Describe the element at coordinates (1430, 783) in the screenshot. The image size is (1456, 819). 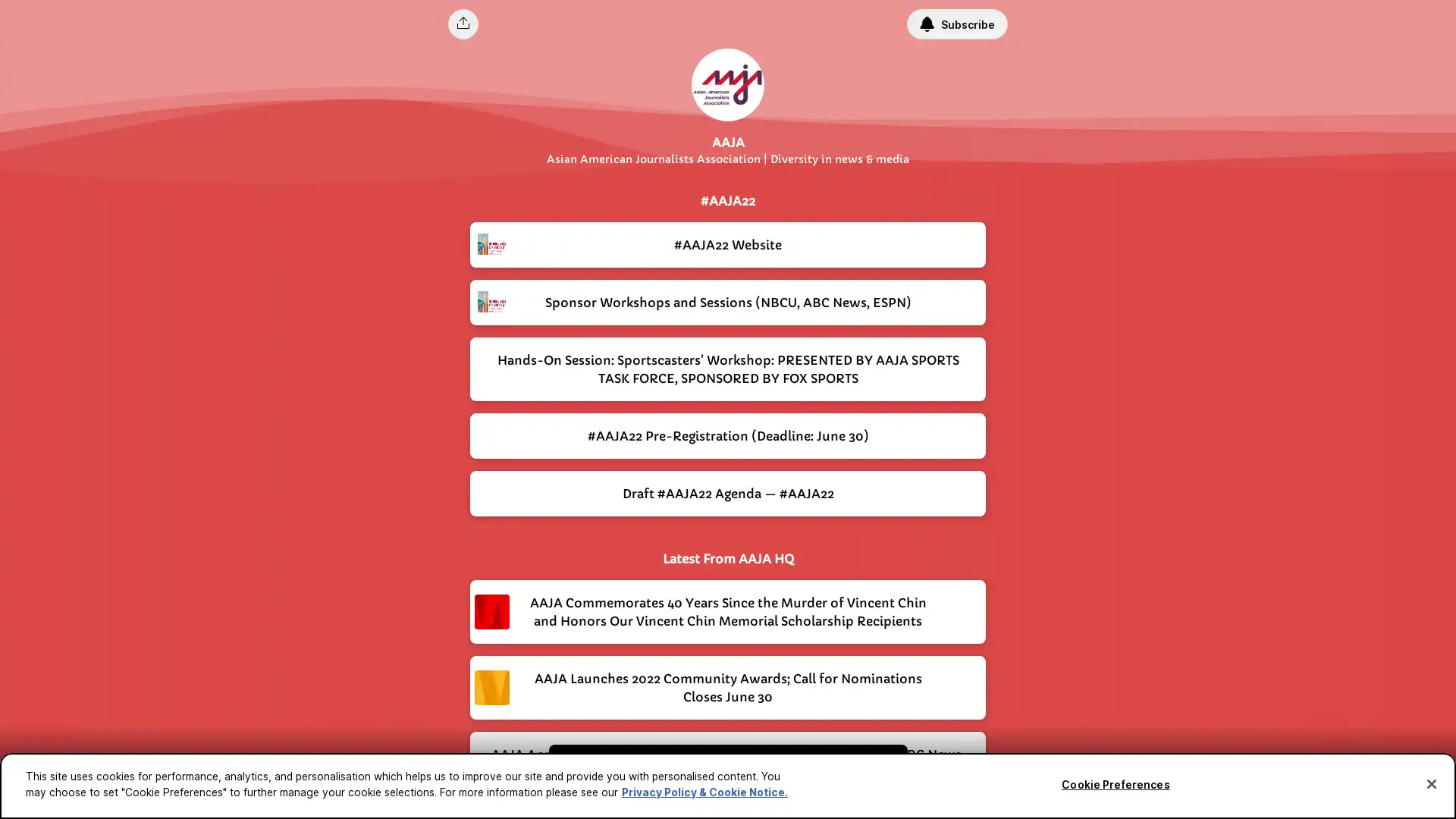
I see `Close` at that location.